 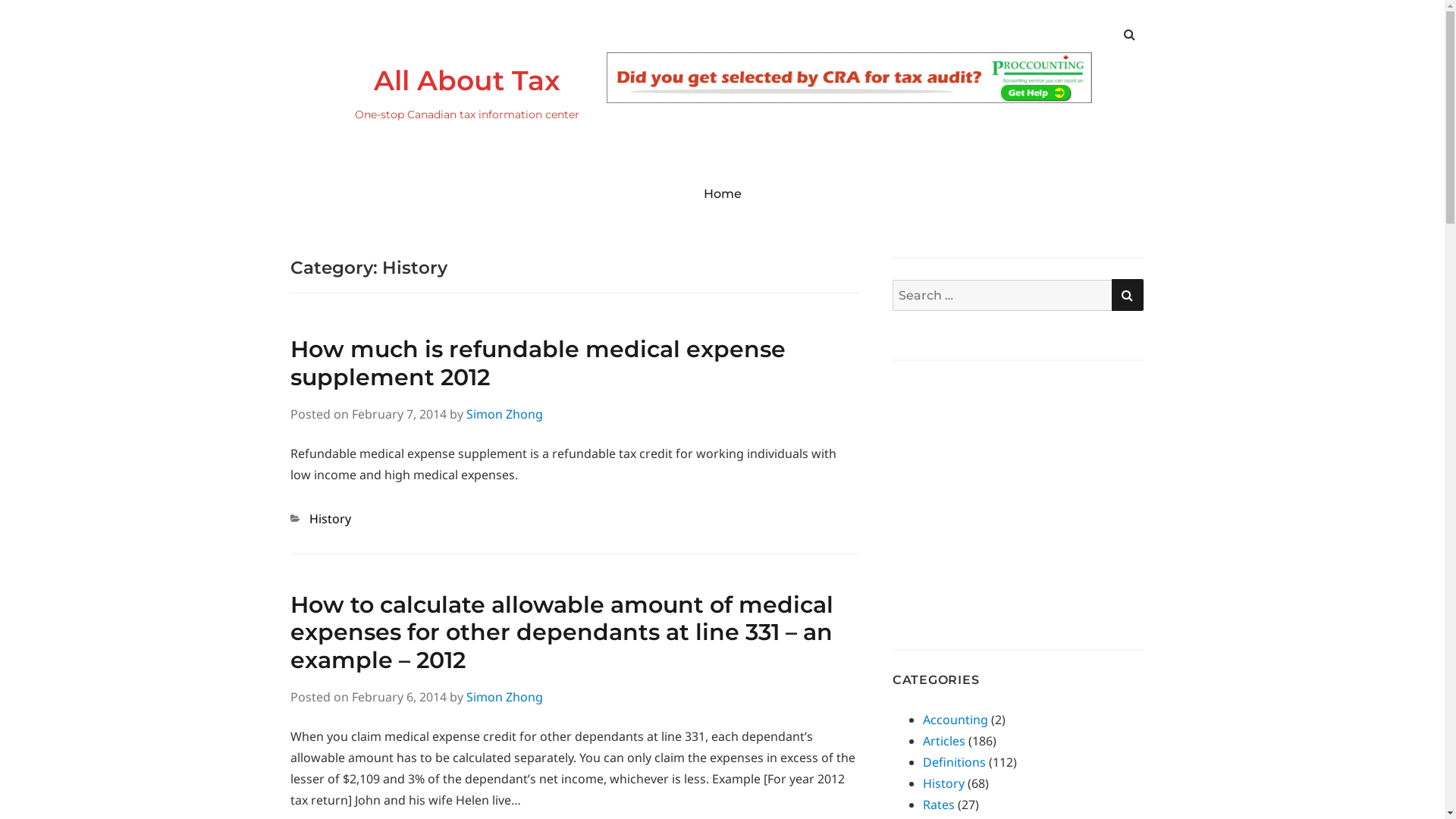 I want to click on 'Rates', so click(x=938, y=803).